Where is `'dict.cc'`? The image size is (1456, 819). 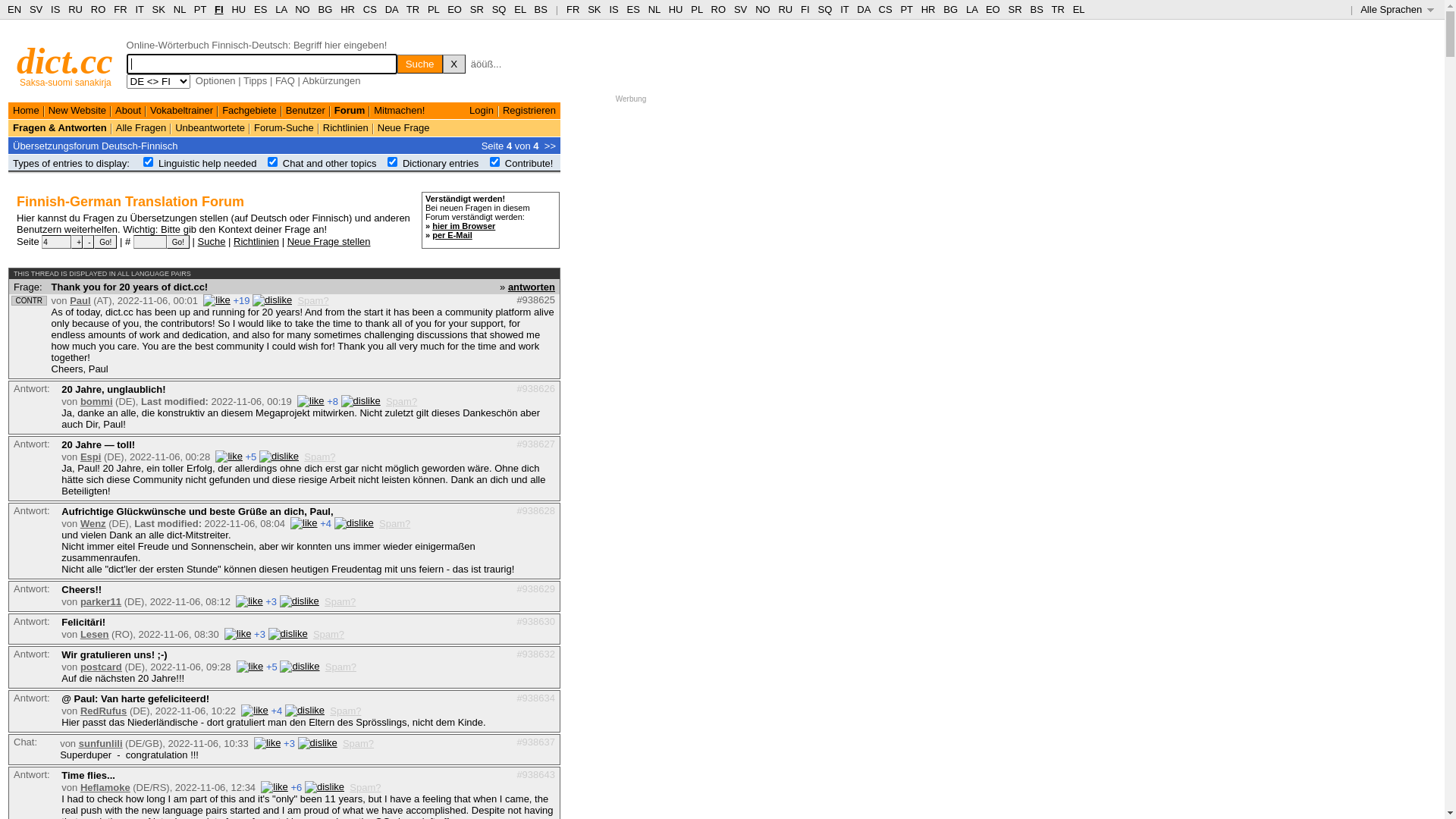 'dict.cc' is located at coordinates (64, 60).